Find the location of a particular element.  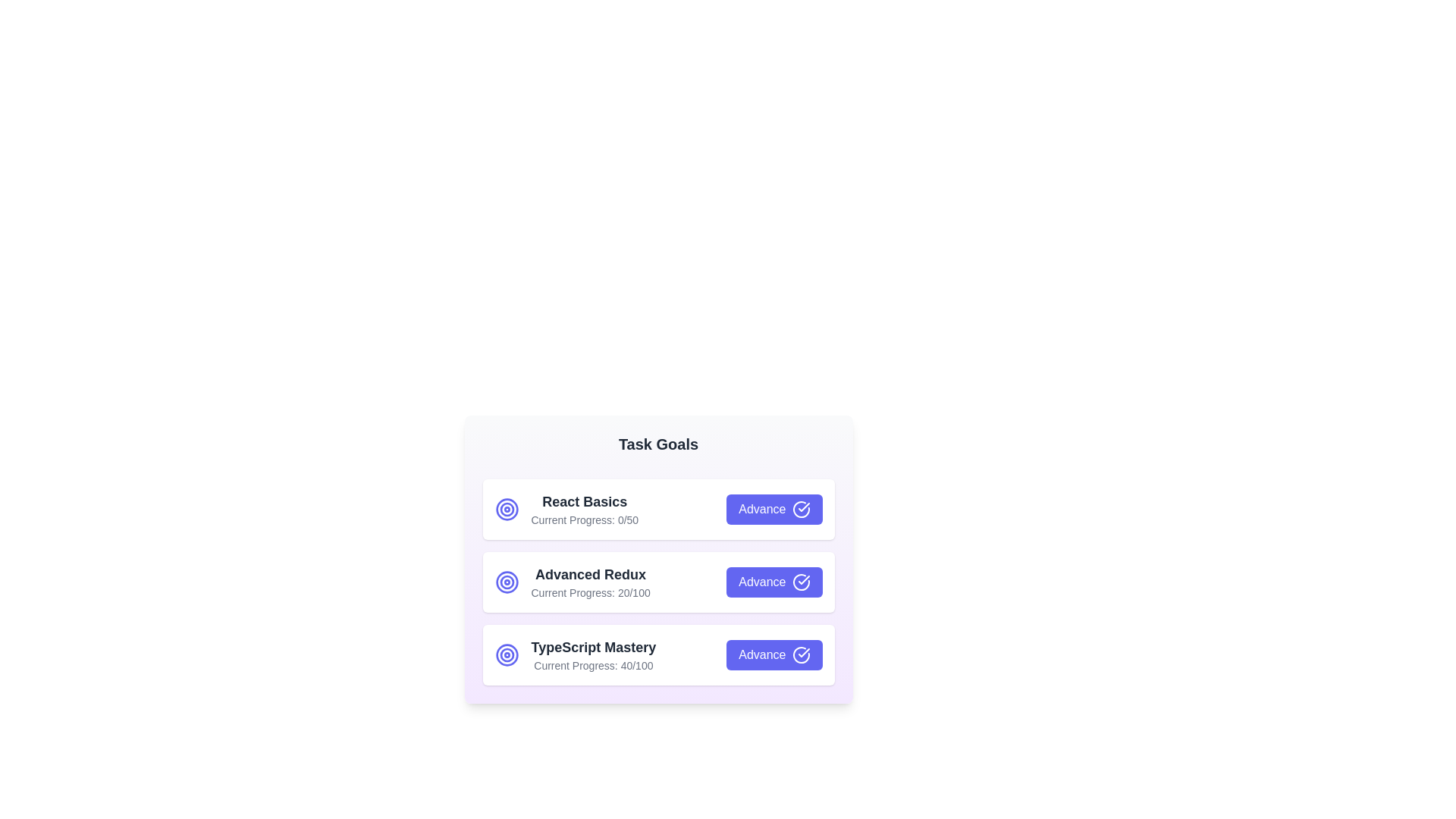

progress information displayed in the Text Display for 'TypeScript Mastery', which indicates a progress of 40 out of 100, located in the 'Task Goals' section beneath 'Advanced Redux' is located at coordinates (592, 654).